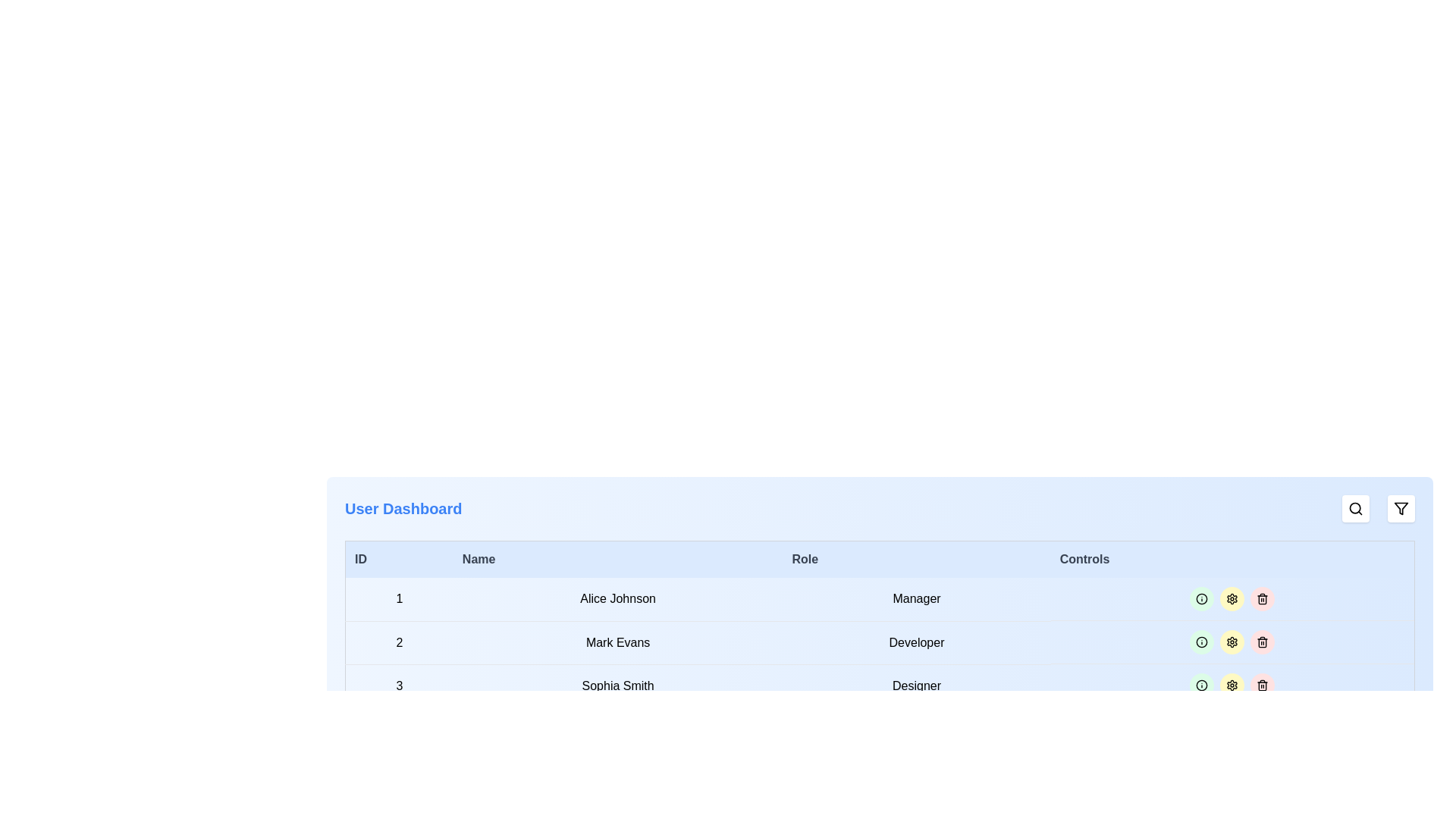 The height and width of the screenshot is (819, 1456). I want to click on the circular button with a yellow background and a gear symbol, so click(1232, 642).